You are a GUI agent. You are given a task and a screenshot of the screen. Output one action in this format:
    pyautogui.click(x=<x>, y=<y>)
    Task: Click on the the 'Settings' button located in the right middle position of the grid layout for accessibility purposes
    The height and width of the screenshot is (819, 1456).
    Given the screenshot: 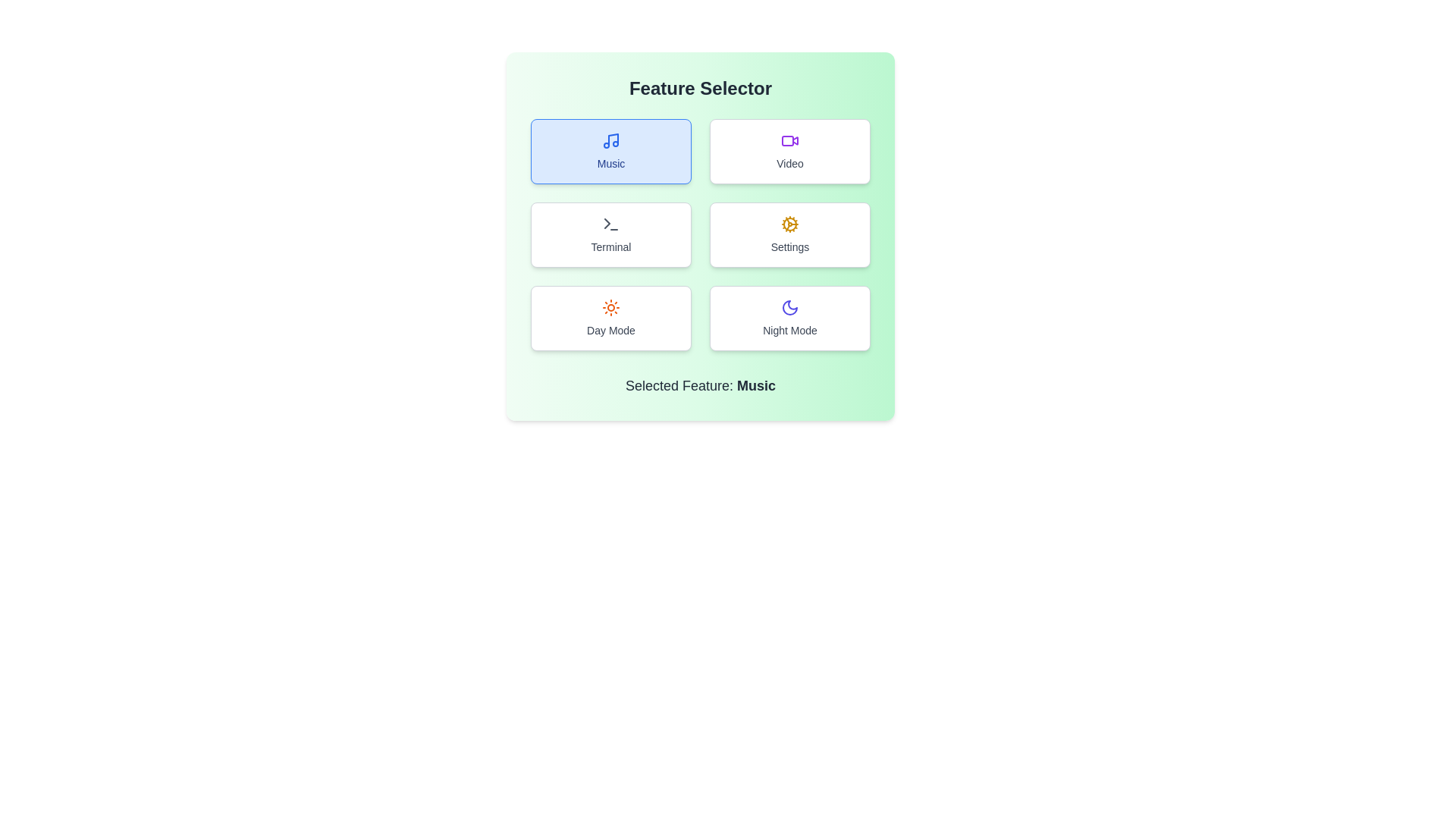 What is the action you would take?
    pyautogui.click(x=789, y=234)
    